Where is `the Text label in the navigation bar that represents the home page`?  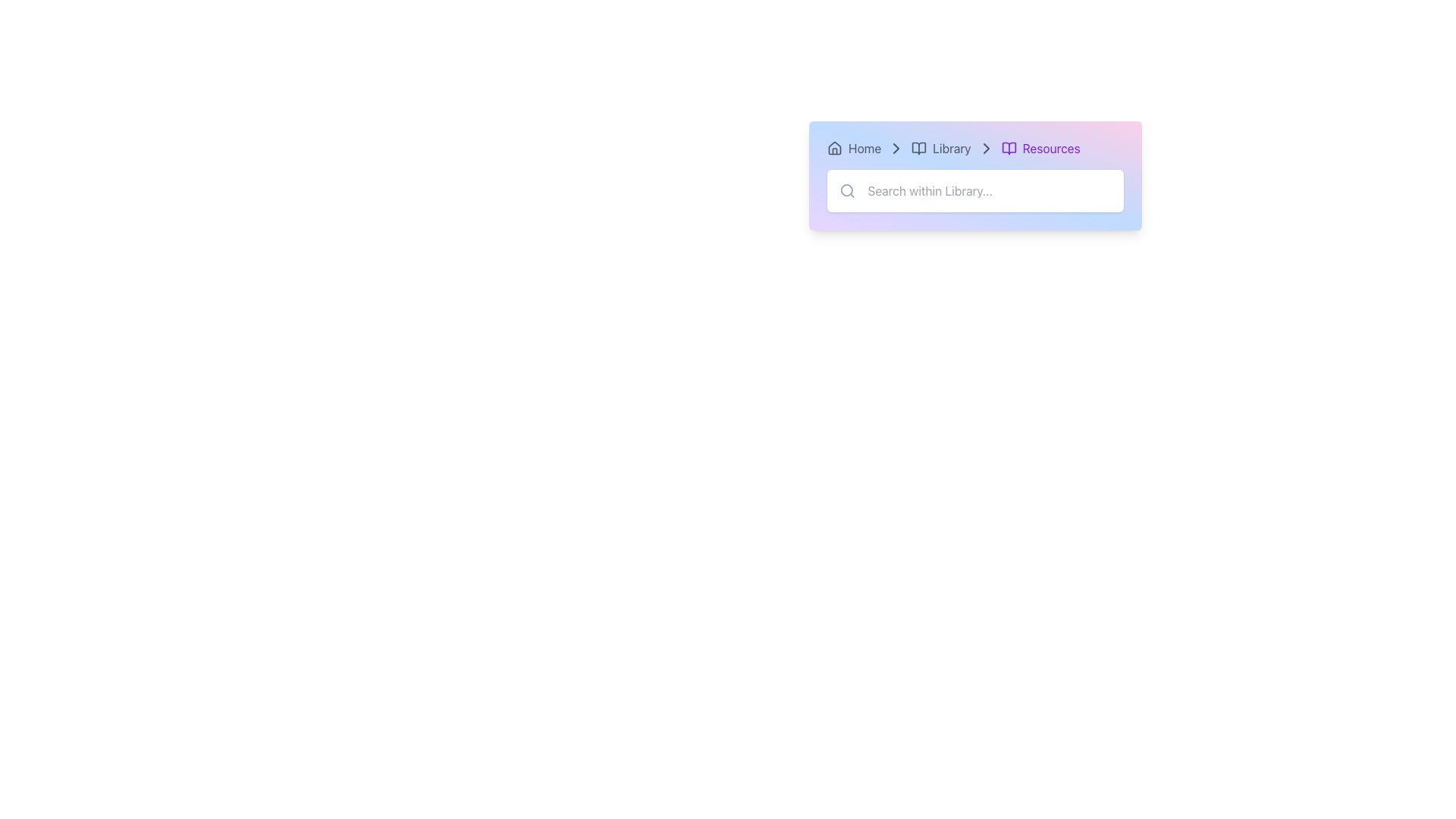
the Text label in the navigation bar that represents the home page is located at coordinates (864, 149).